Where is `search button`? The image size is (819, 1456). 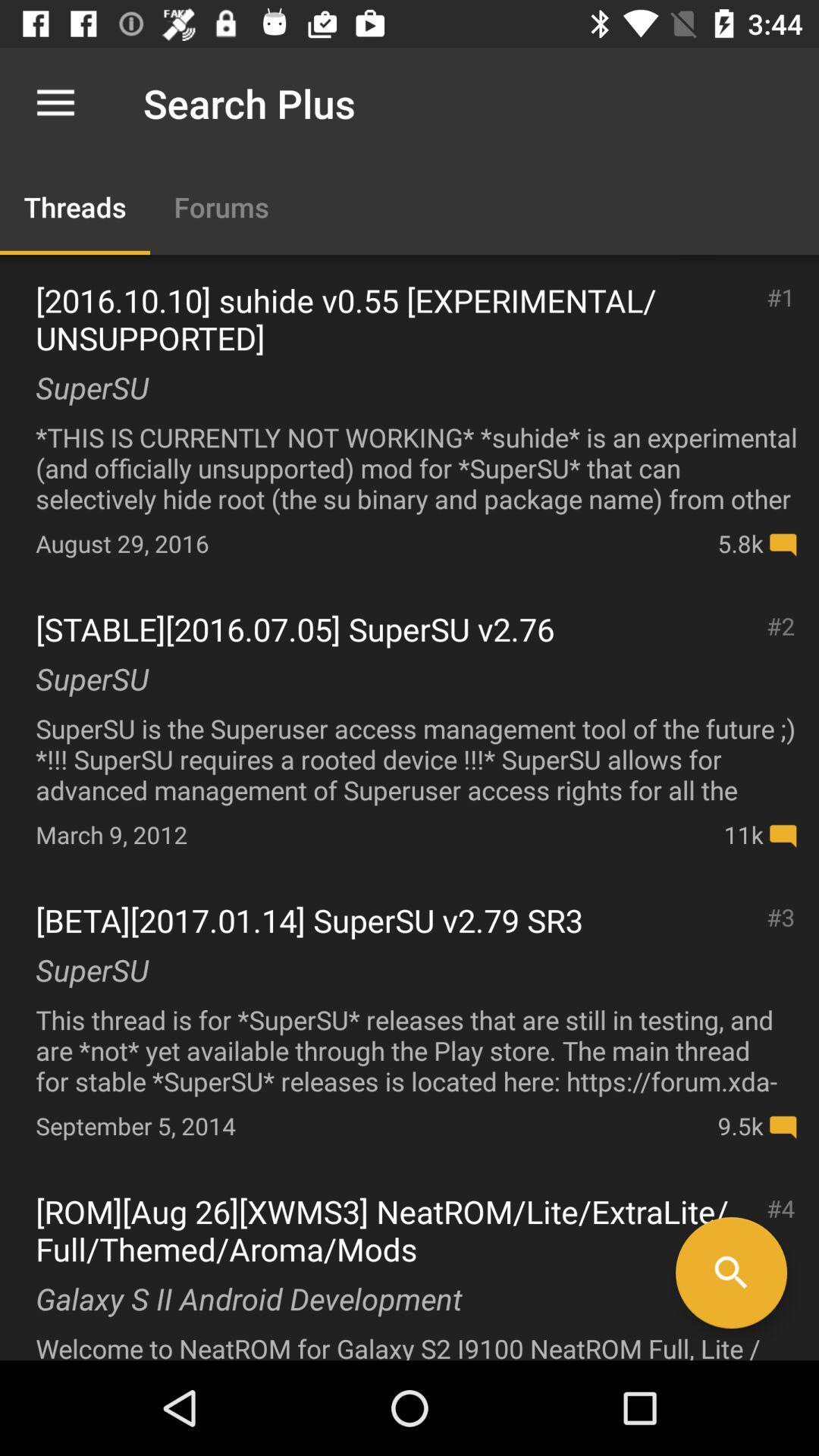 search button is located at coordinates (730, 1272).